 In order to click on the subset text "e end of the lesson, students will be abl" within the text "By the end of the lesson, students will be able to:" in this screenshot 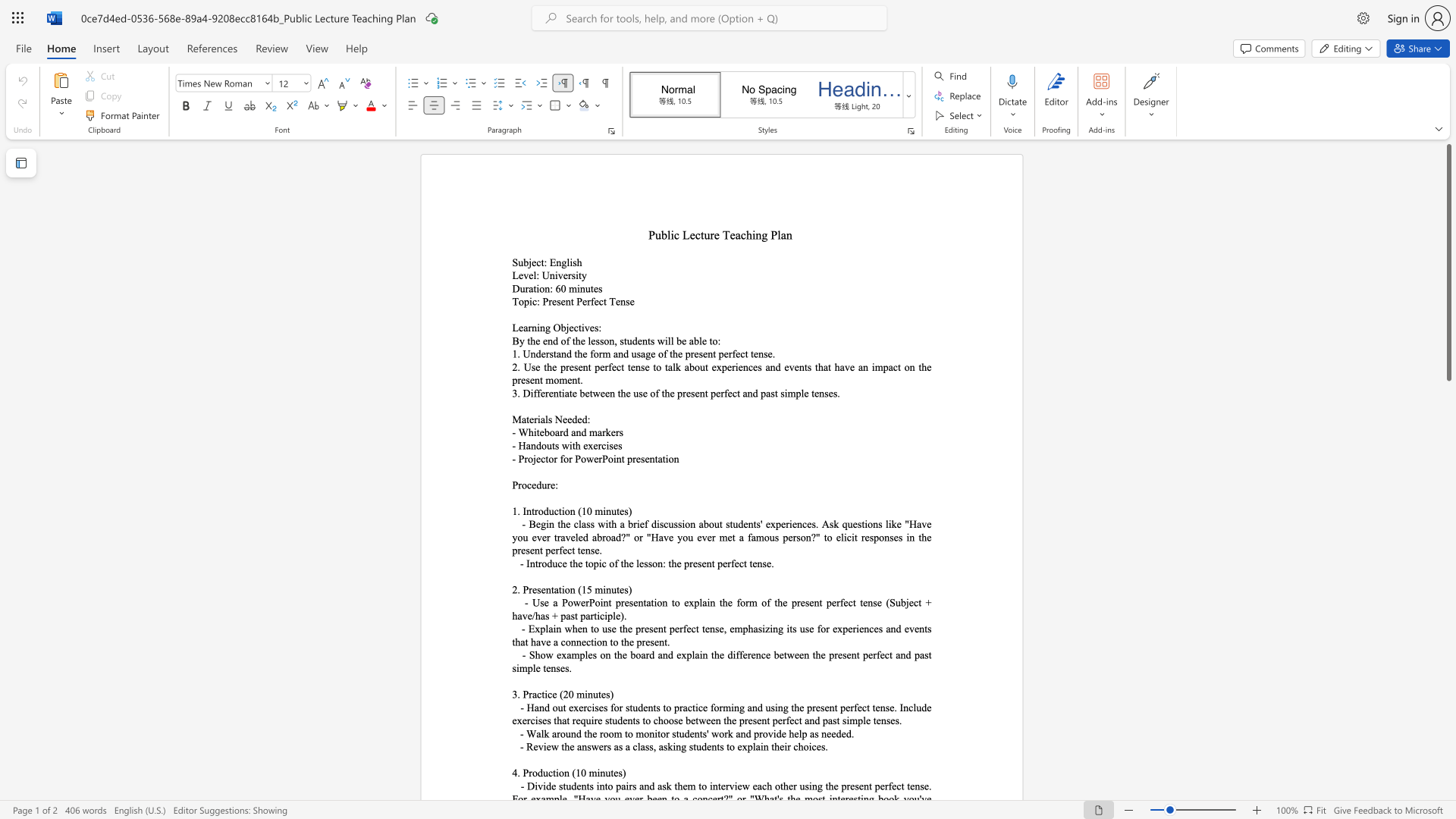, I will do `click(535, 340)`.